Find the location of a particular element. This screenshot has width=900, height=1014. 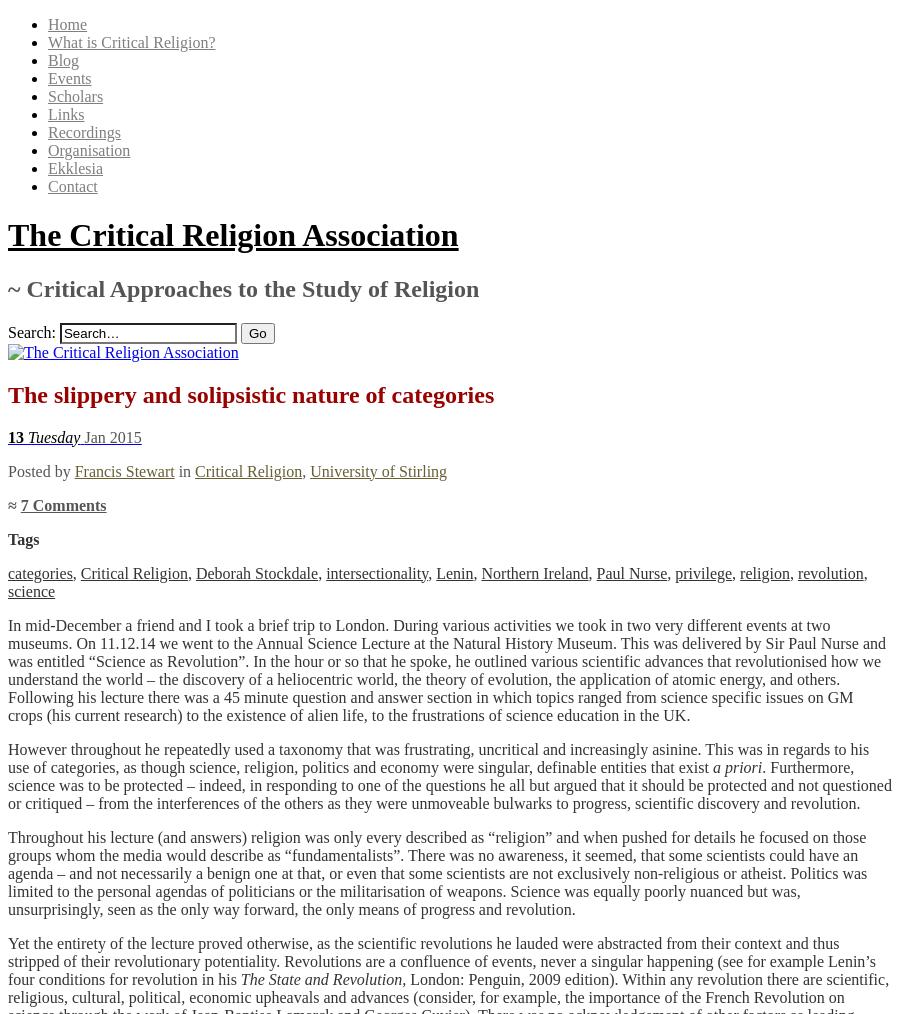

'Northern Ireland' is located at coordinates (533, 571).